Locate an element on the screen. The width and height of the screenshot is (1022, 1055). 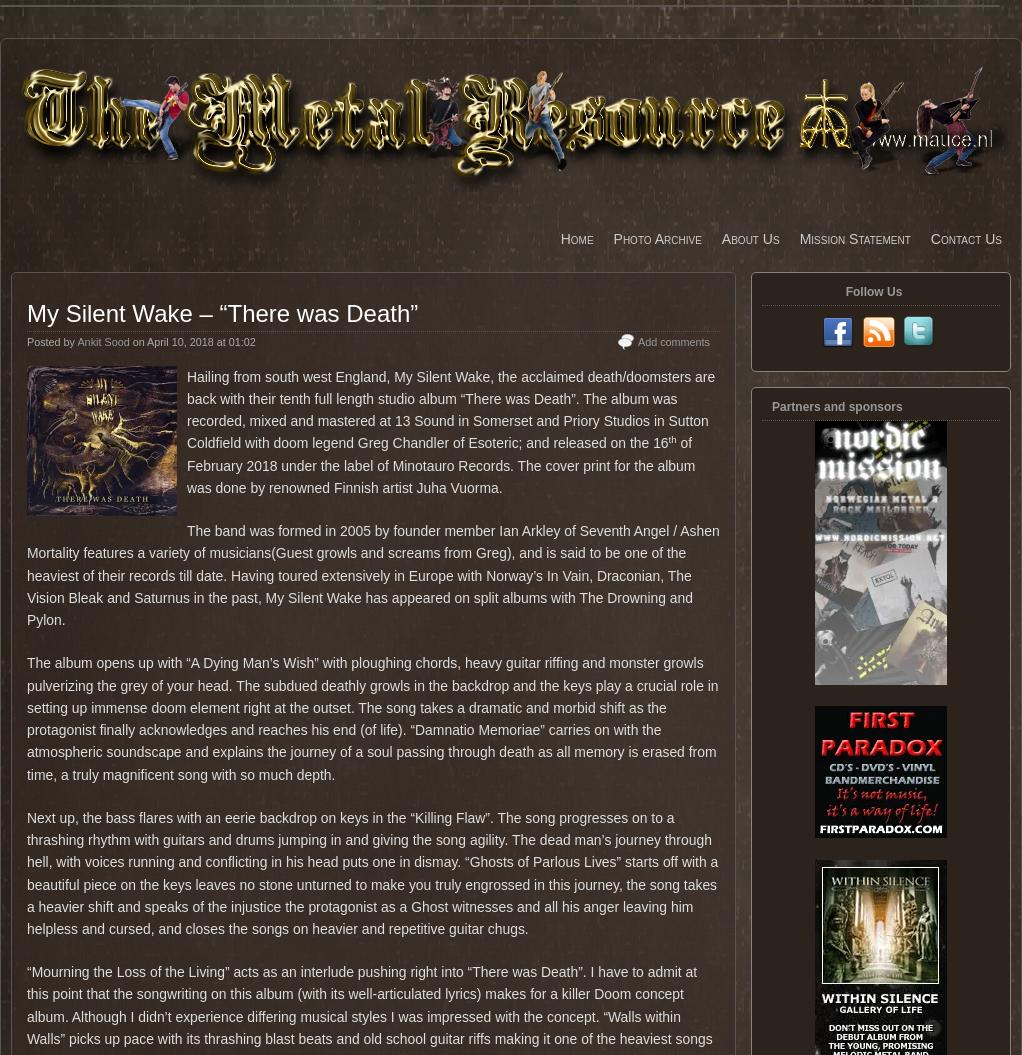
'Ankit Sood' is located at coordinates (102, 341).